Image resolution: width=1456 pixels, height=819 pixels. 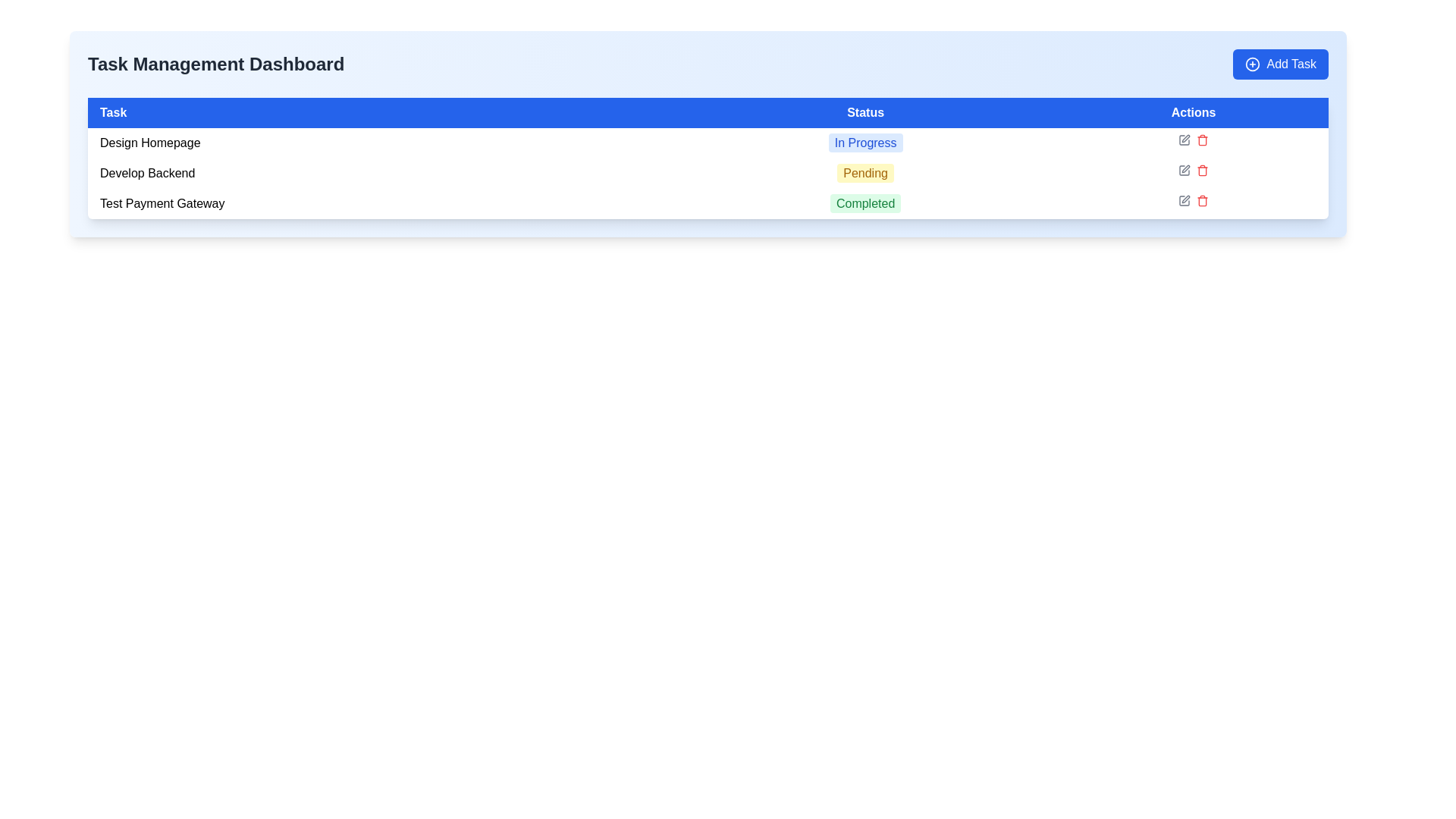 I want to click on the 'In Progress' status badge for the task 'Design Homepage' located in the second column of the status table, so click(x=865, y=143).